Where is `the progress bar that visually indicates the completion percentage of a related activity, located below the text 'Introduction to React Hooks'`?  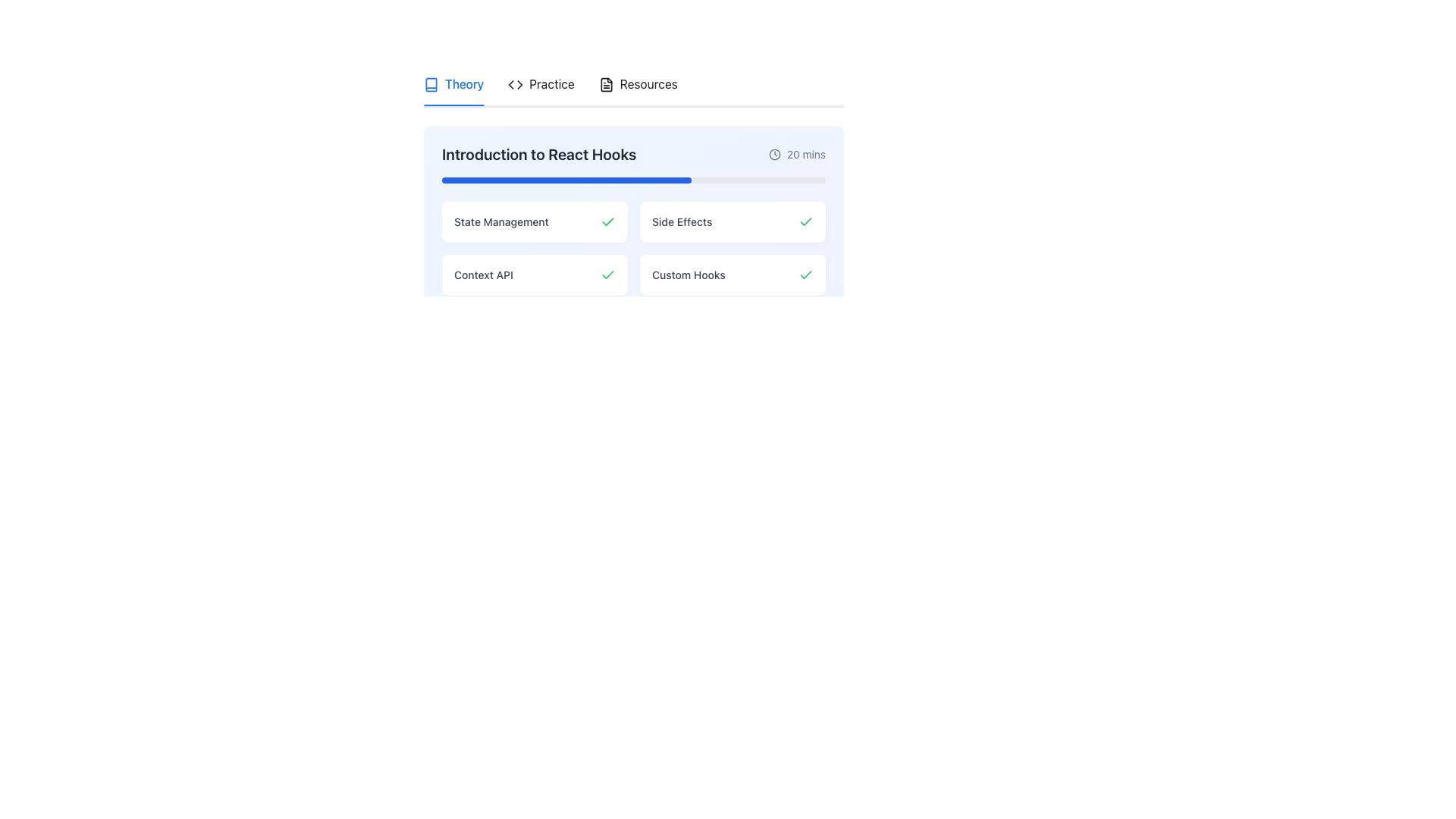
the progress bar that visually indicates the completion percentage of a related activity, located below the text 'Introduction to React Hooks' is located at coordinates (566, 180).